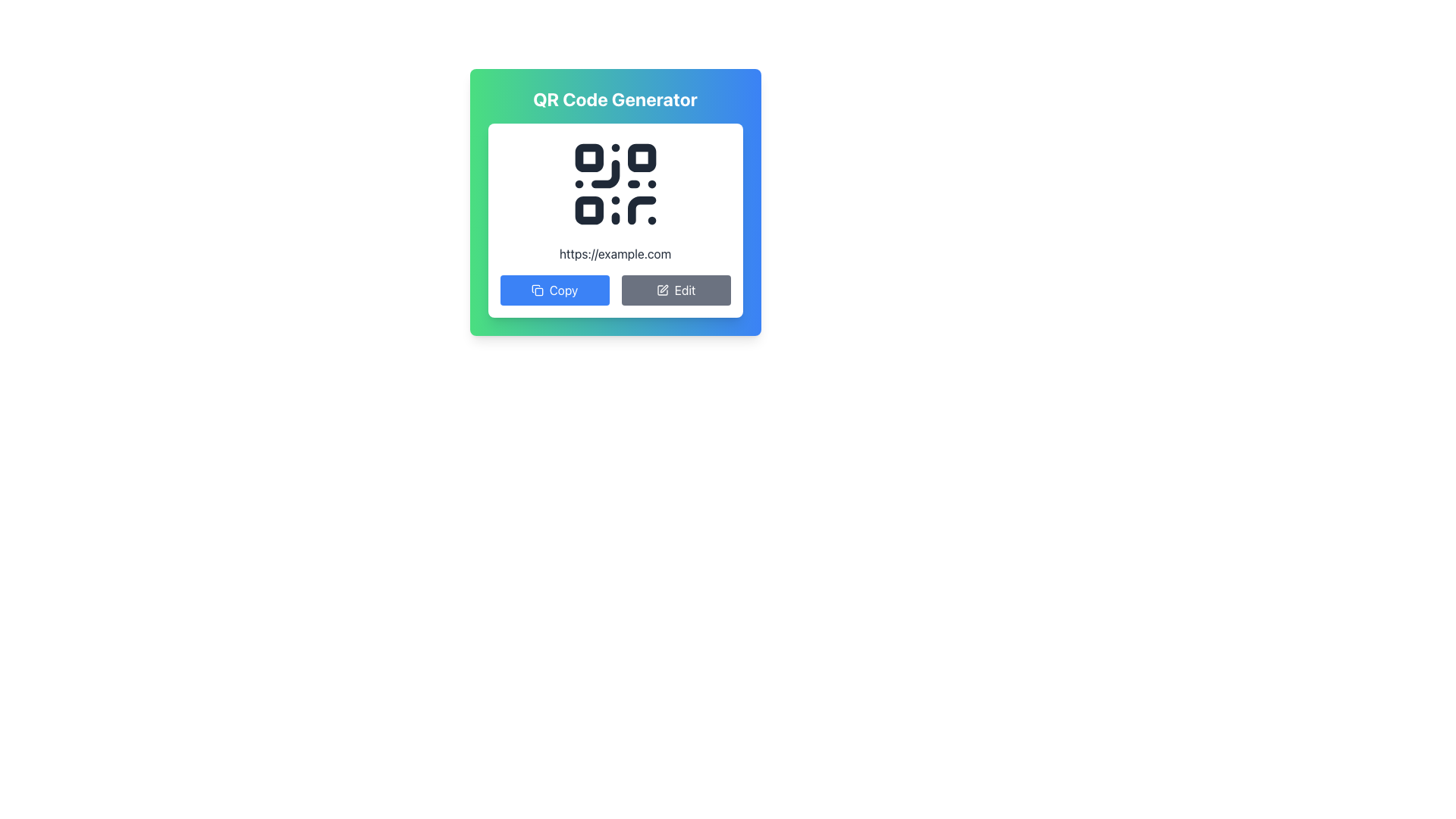  I want to click on the inner rectangle of the 'Copy' icon graphic located near the 'Copy' button on the QR Code Generator interface, so click(538, 292).